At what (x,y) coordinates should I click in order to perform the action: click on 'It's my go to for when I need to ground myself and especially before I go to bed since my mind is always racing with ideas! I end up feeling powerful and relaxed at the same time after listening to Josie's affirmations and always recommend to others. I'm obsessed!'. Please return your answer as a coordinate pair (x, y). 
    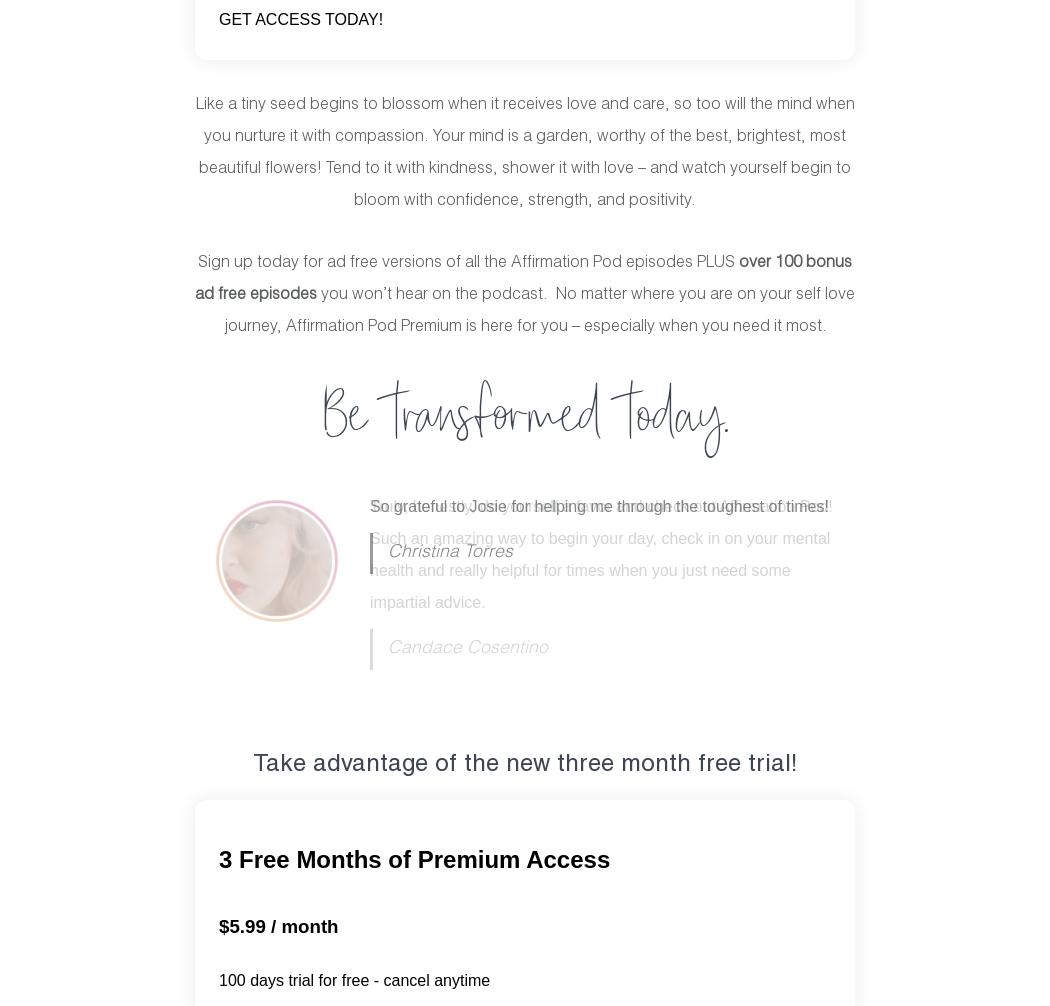
    Looking at the image, I should click on (598, 569).